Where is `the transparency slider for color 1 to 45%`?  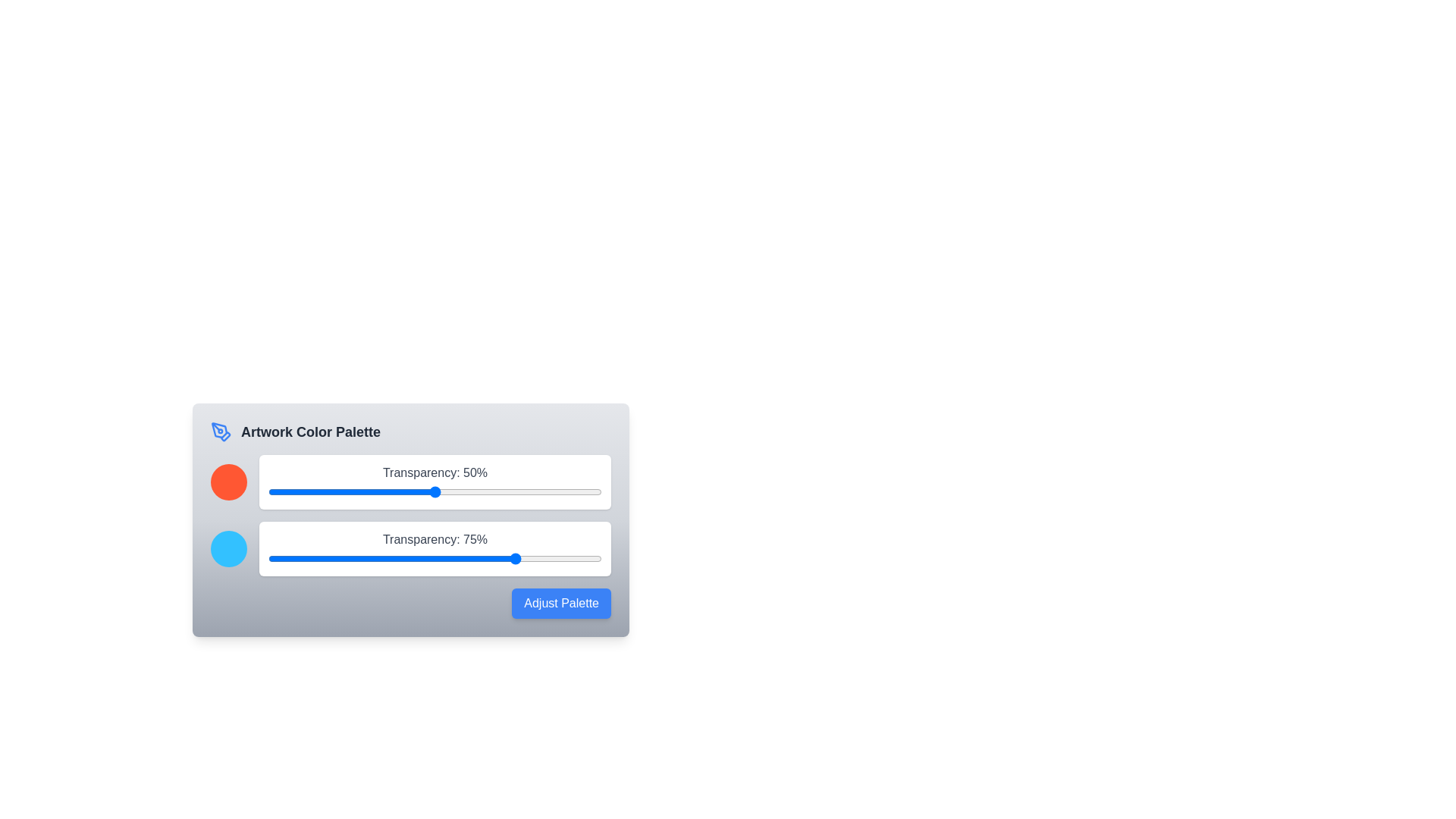 the transparency slider for color 1 to 45% is located at coordinates (419, 491).